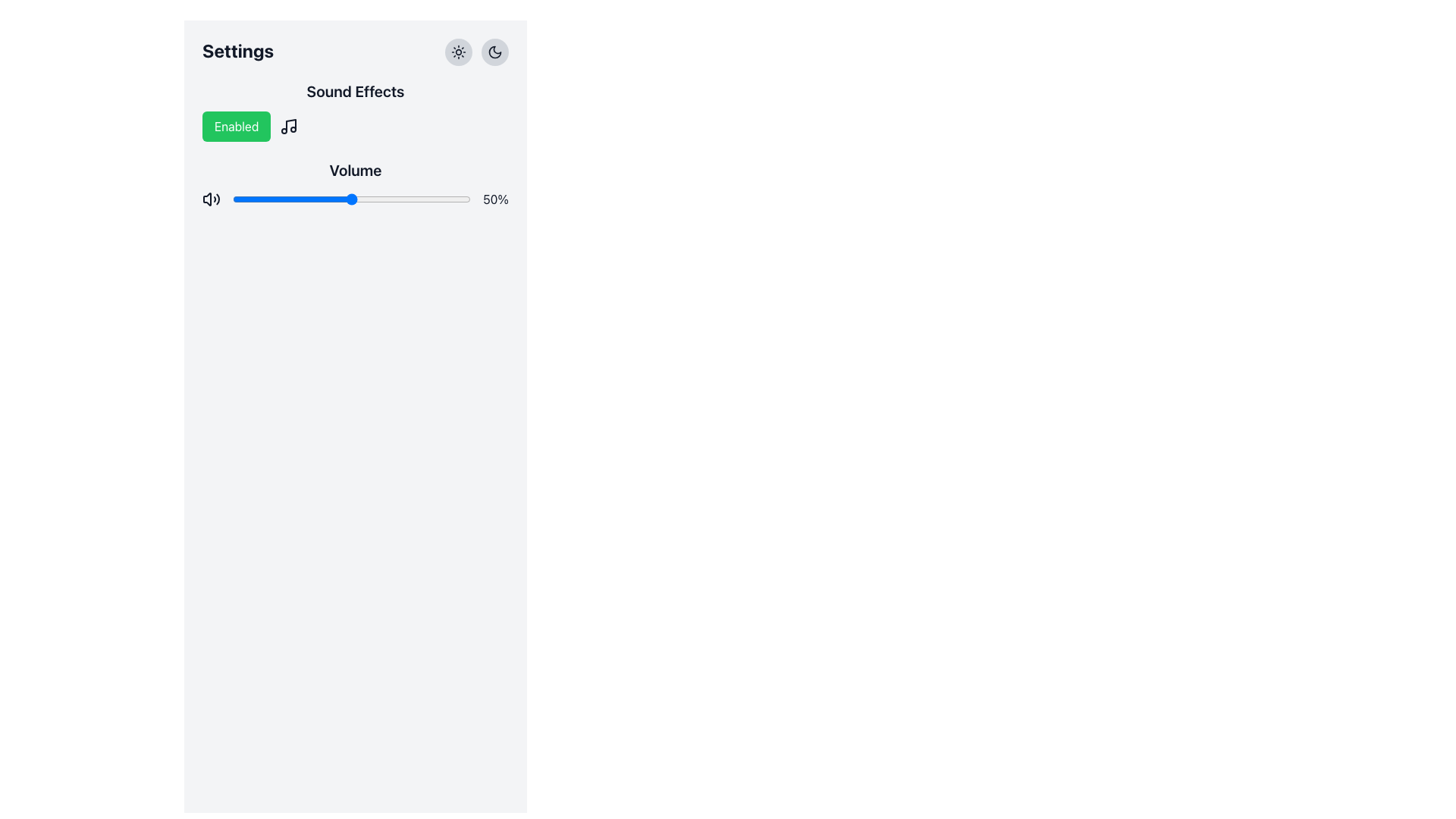 The image size is (1456, 819). Describe the element at coordinates (244, 198) in the screenshot. I see `the volume` at that location.